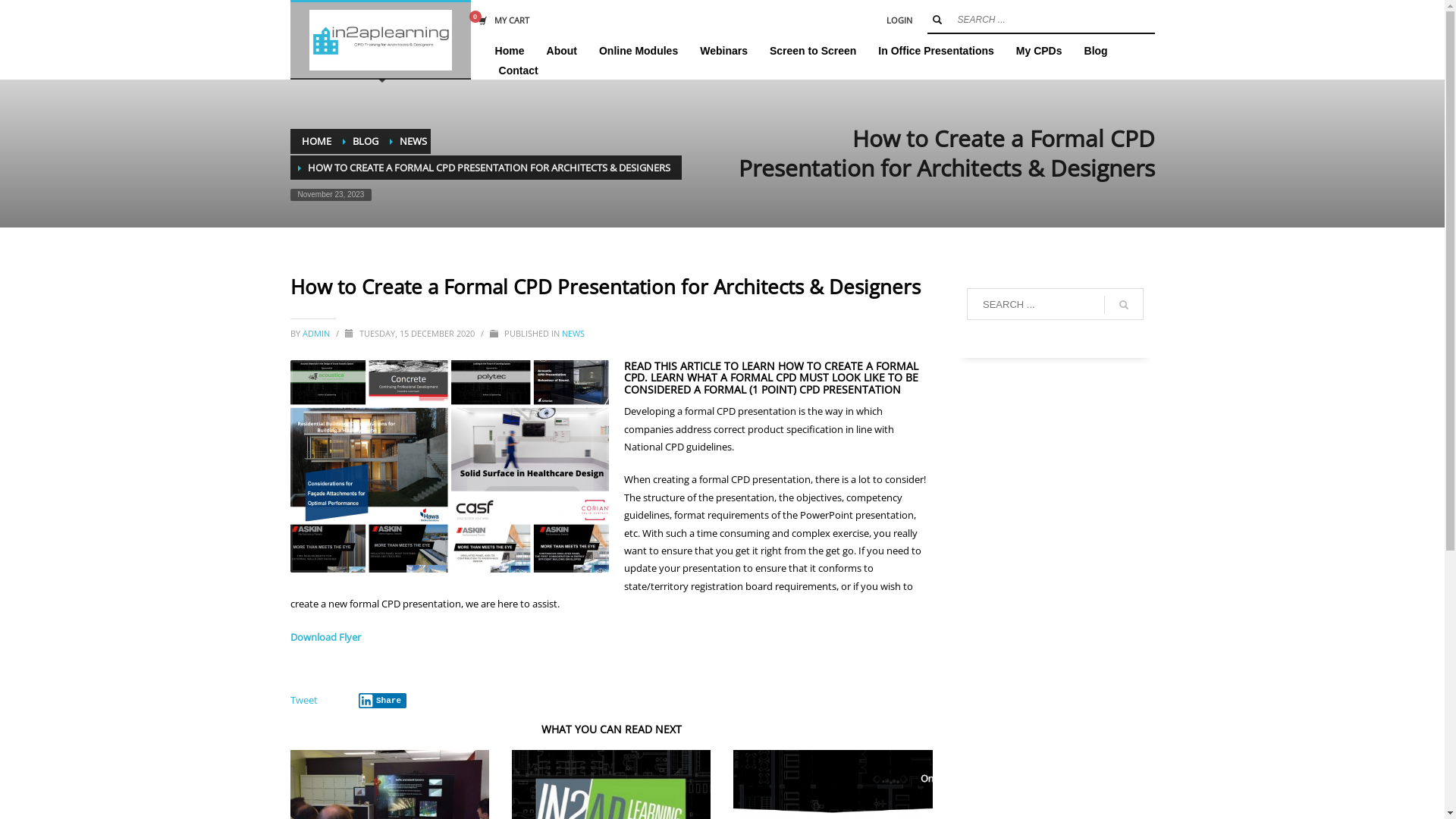 Image resolution: width=1456 pixels, height=819 pixels. What do you see at coordinates (1038, 49) in the screenshot?
I see `'My CPDs'` at bounding box center [1038, 49].